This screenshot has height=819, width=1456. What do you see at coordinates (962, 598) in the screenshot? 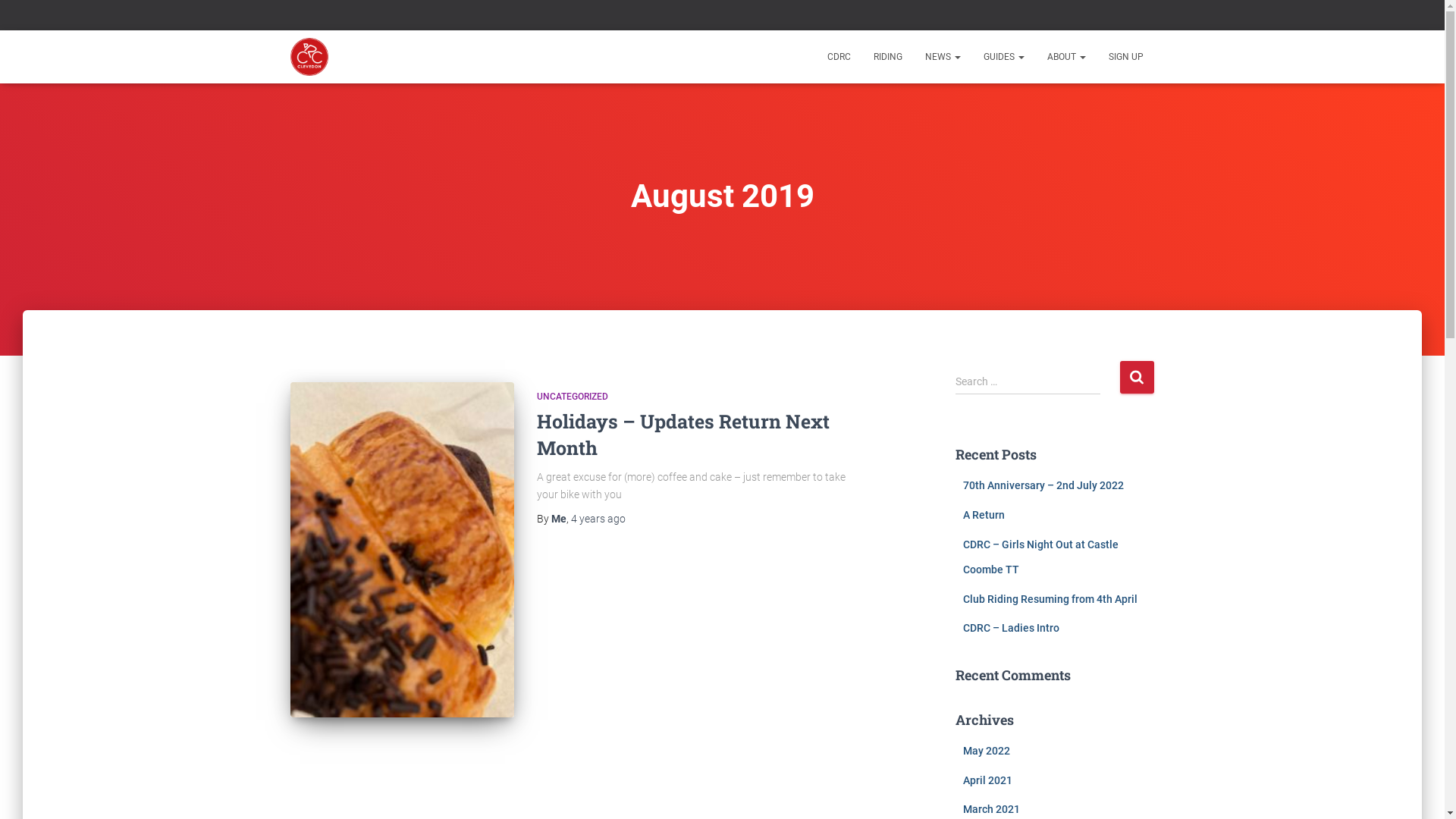
I see `'Club Riding Resuming from 4th April'` at bounding box center [962, 598].